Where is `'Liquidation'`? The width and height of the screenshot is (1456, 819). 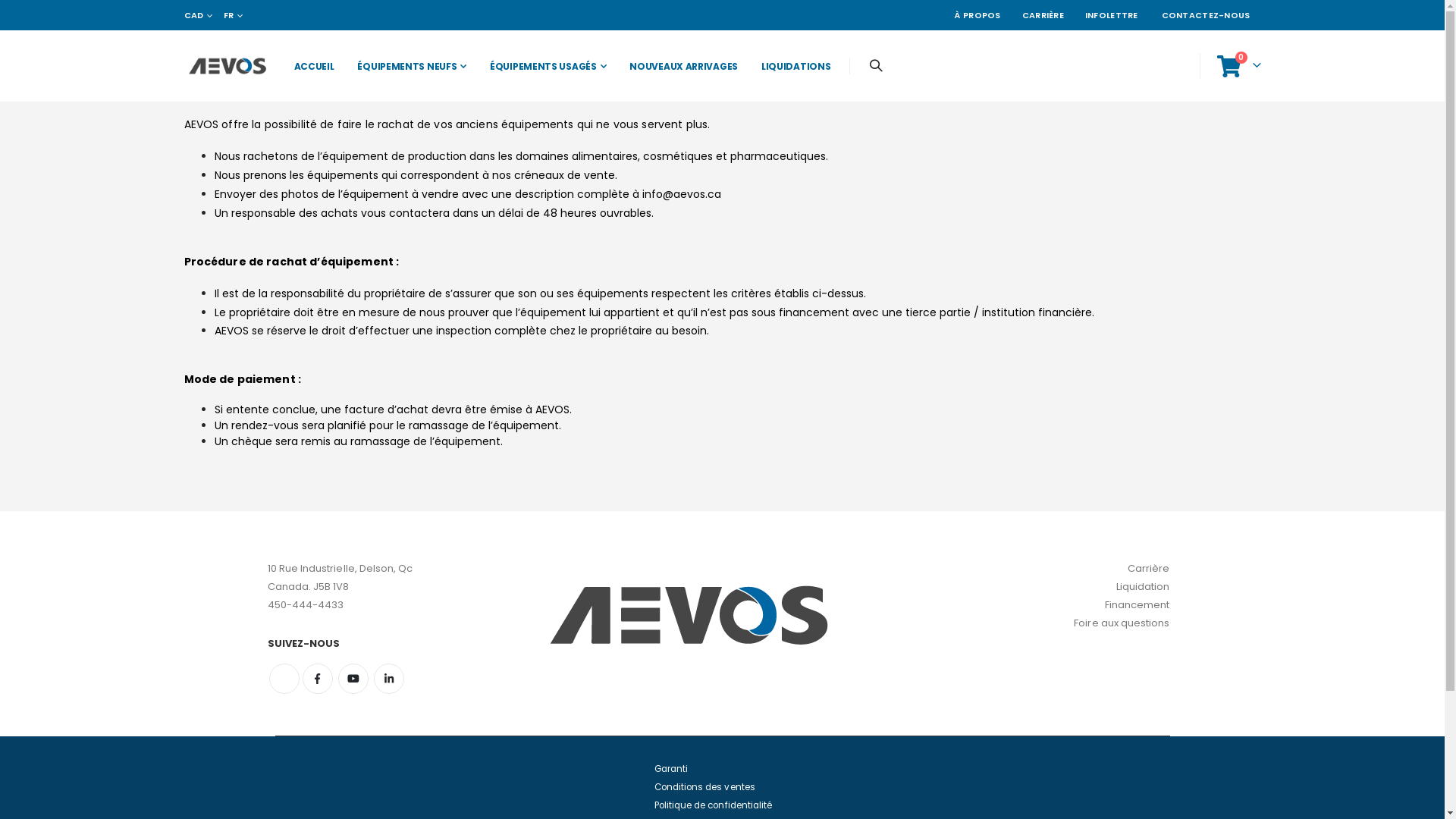
'Liquidation' is located at coordinates (1143, 585).